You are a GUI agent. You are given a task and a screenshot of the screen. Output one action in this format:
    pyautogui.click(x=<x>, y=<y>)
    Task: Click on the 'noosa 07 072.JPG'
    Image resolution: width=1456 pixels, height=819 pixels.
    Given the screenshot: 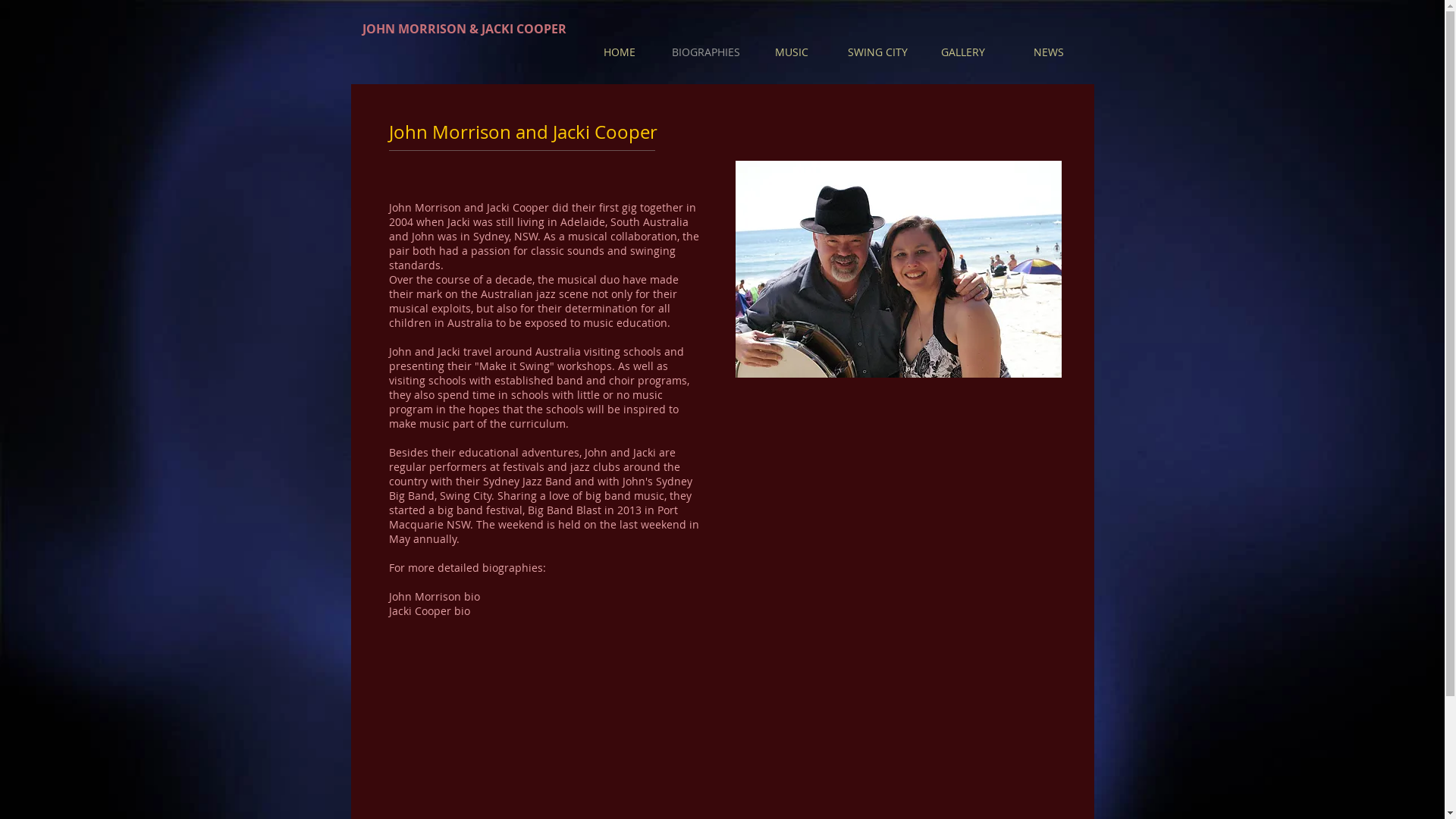 What is the action you would take?
    pyautogui.click(x=899, y=268)
    